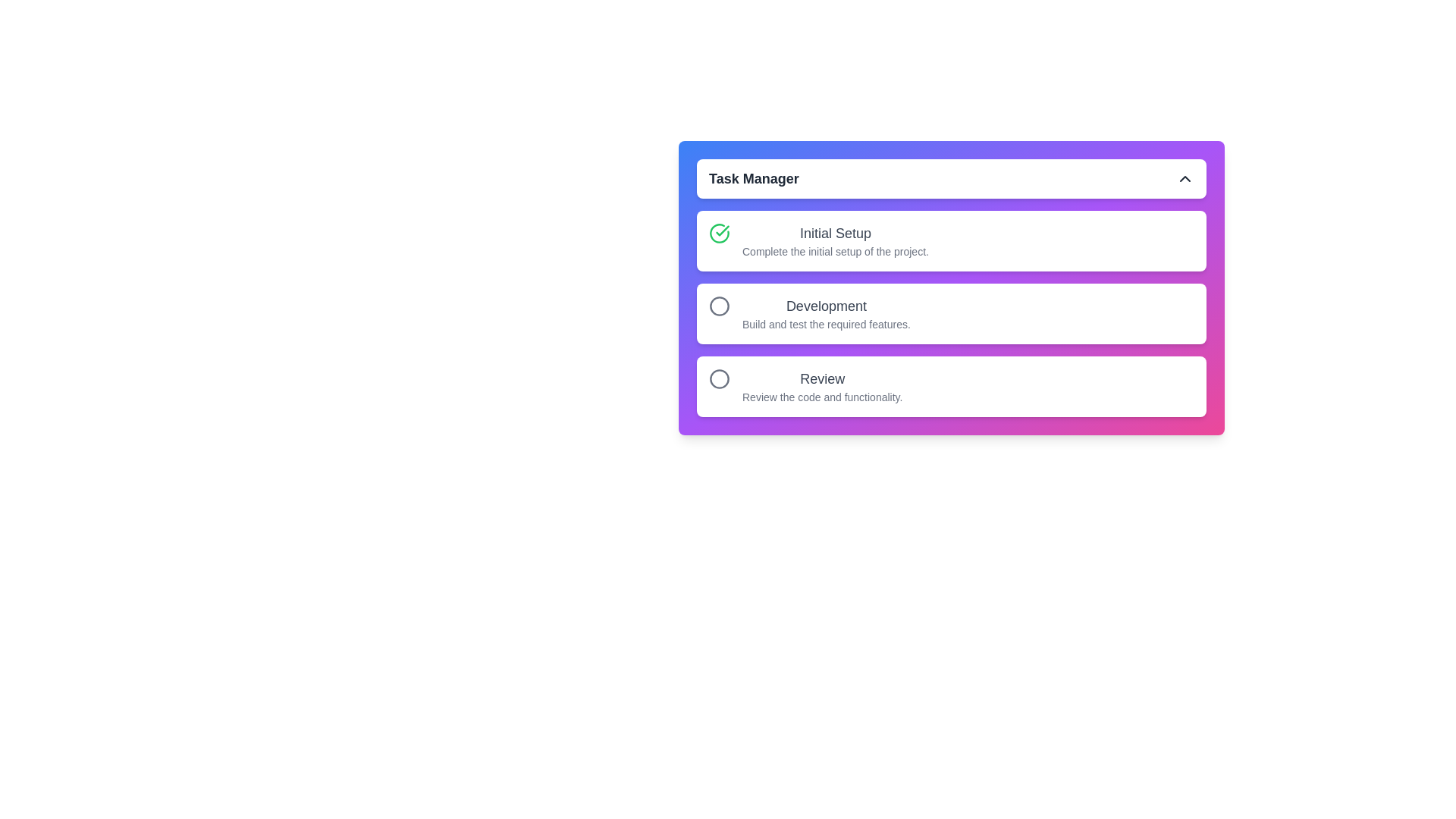  I want to click on toggle button in the header to expand or collapse the task list, so click(1185, 177).